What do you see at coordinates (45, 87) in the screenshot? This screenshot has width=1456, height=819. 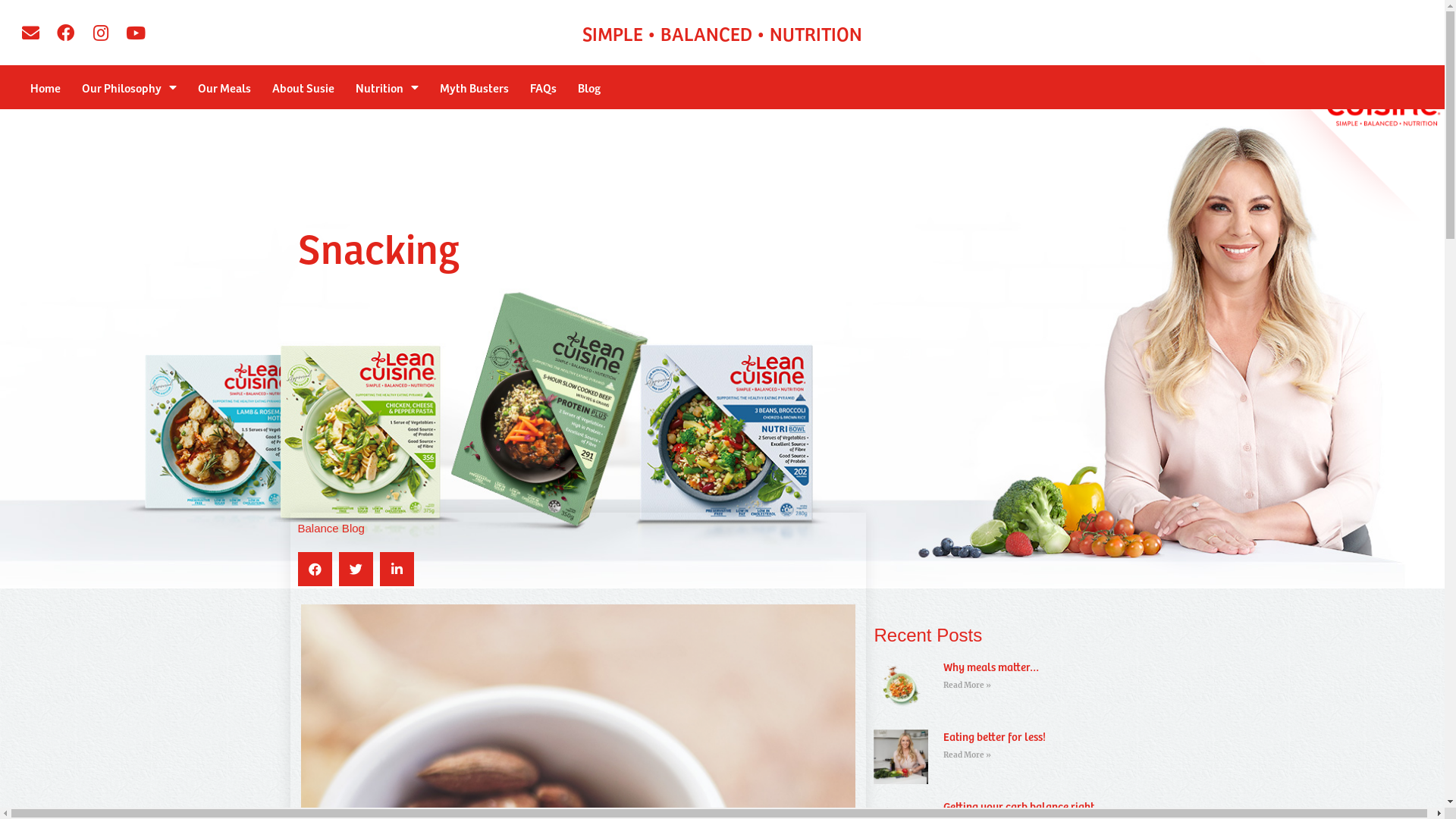 I see `'Home'` at bounding box center [45, 87].